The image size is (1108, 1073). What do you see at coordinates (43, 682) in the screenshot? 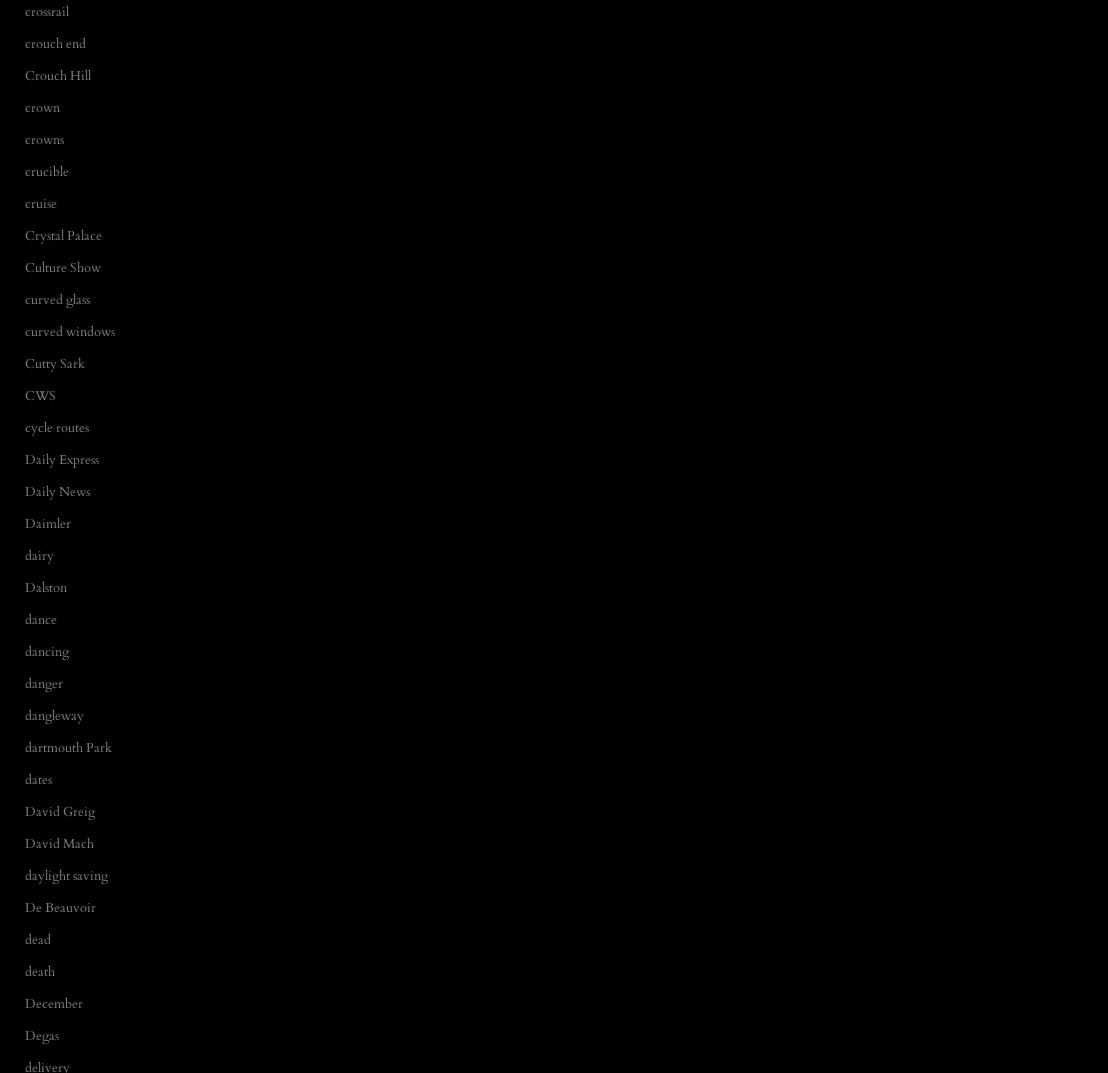
I see `'danger'` at bounding box center [43, 682].